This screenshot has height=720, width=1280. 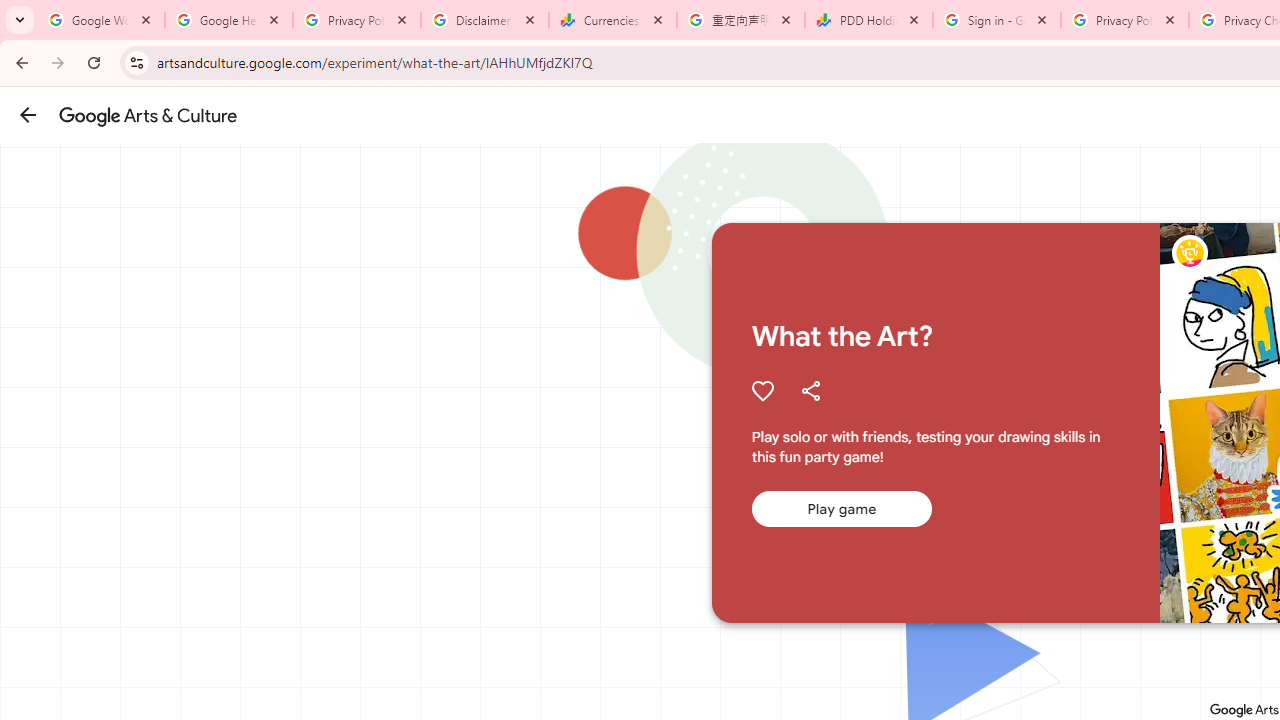 I want to click on 'Google Workspace Admin Community', so click(x=100, y=20).